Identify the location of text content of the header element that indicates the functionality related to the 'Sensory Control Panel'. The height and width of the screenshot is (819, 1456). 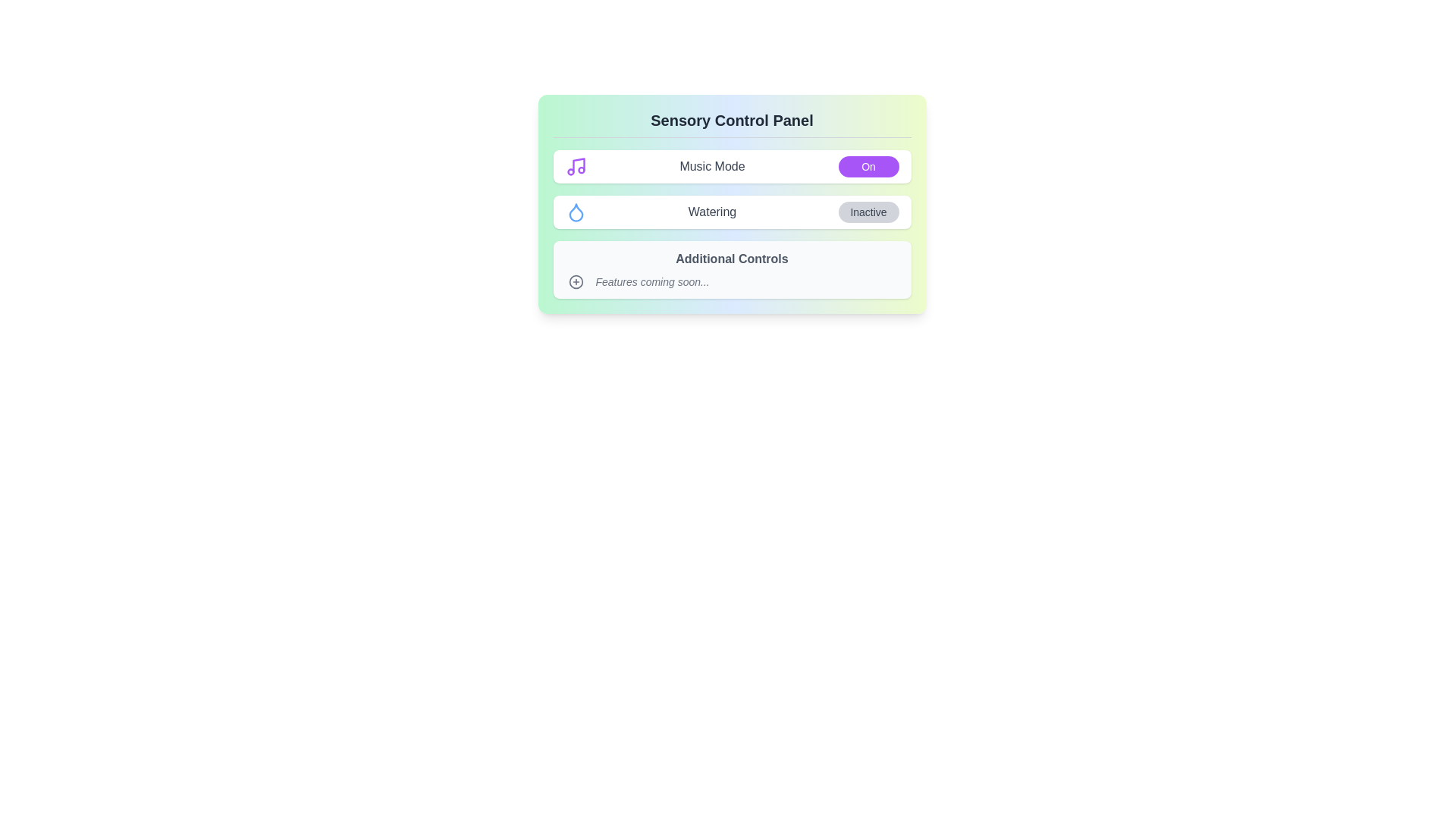
(732, 123).